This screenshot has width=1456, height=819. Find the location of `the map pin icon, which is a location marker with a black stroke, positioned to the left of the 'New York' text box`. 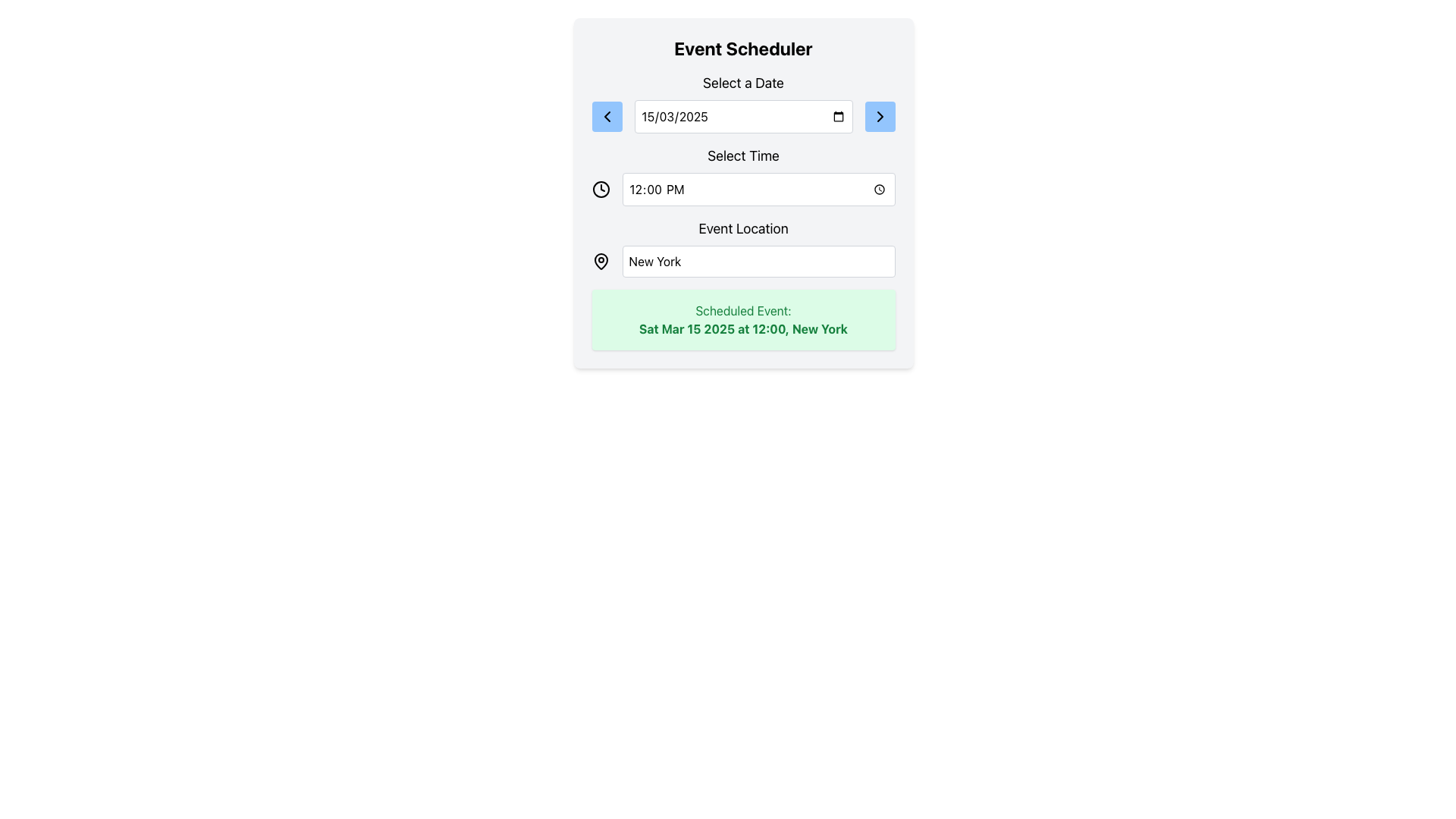

the map pin icon, which is a location marker with a black stroke, positioned to the left of the 'New York' text box is located at coordinates (600, 260).